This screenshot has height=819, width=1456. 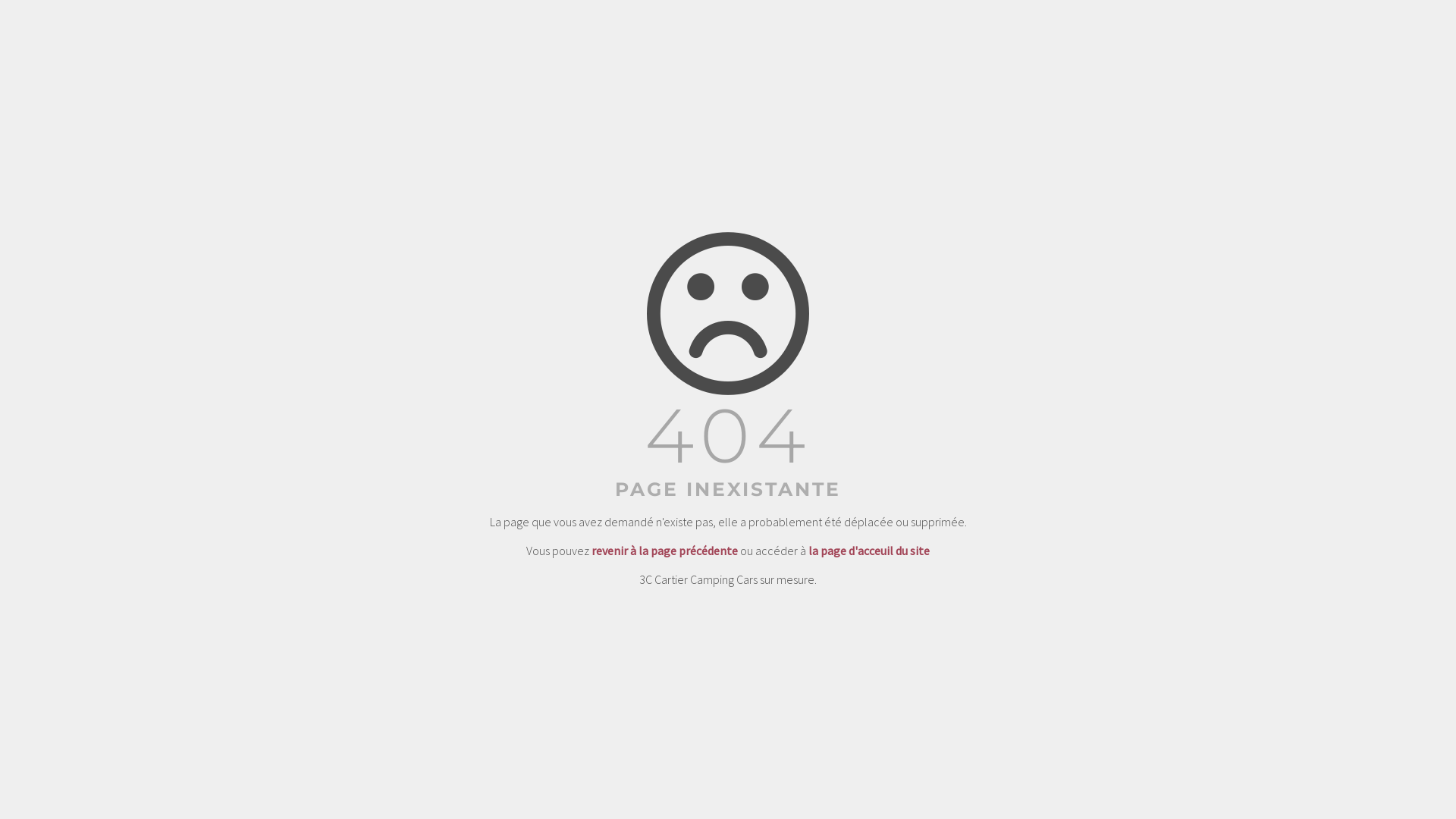 I want to click on 'la page d'acceuil du site', so click(x=869, y=550).